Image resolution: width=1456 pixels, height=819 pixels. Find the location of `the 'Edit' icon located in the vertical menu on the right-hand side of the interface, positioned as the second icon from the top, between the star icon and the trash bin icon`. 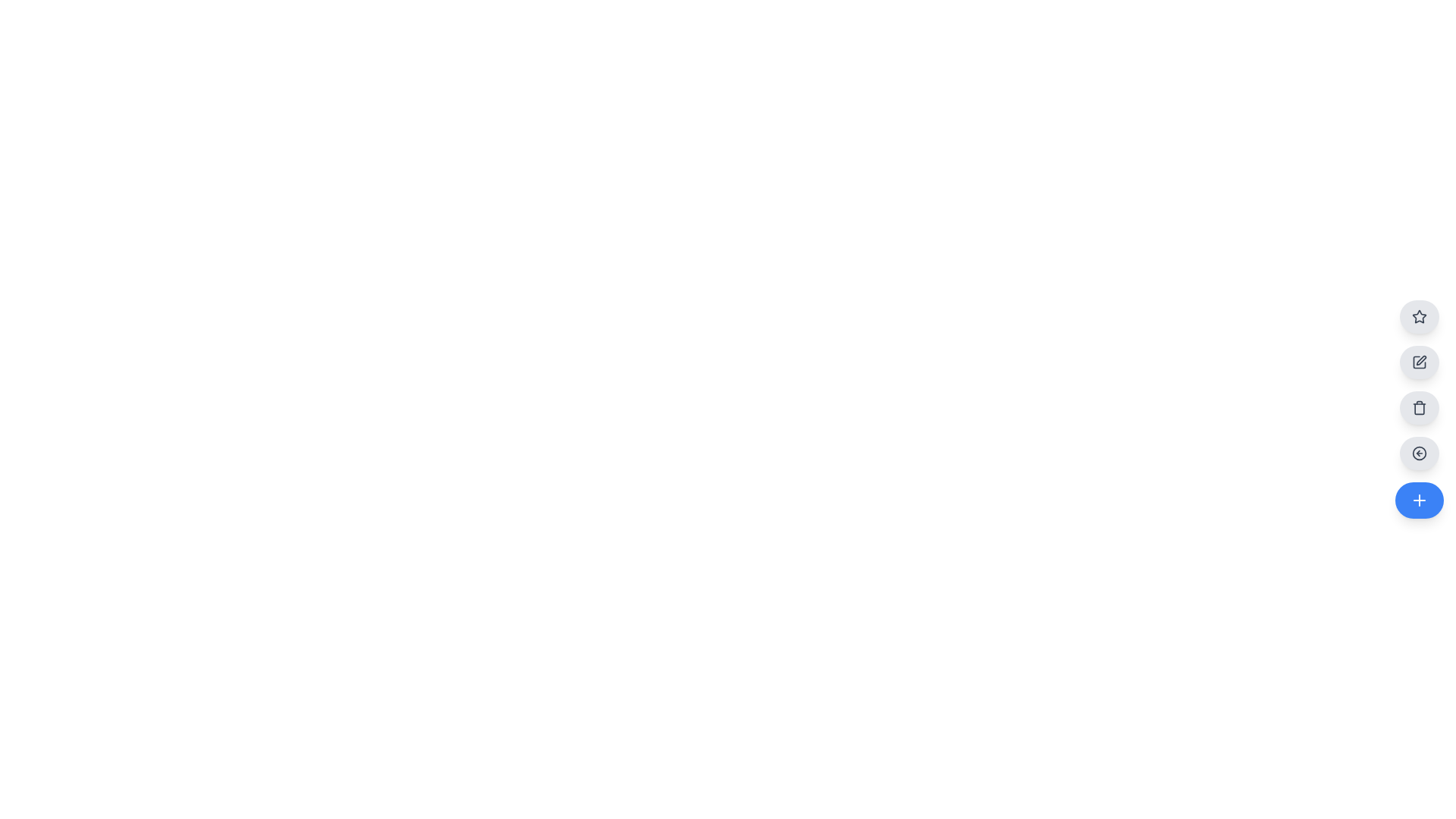

the 'Edit' icon located in the vertical menu on the right-hand side of the interface, positioned as the second icon from the top, between the star icon and the trash bin icon is located at coordinates (1419, 362).